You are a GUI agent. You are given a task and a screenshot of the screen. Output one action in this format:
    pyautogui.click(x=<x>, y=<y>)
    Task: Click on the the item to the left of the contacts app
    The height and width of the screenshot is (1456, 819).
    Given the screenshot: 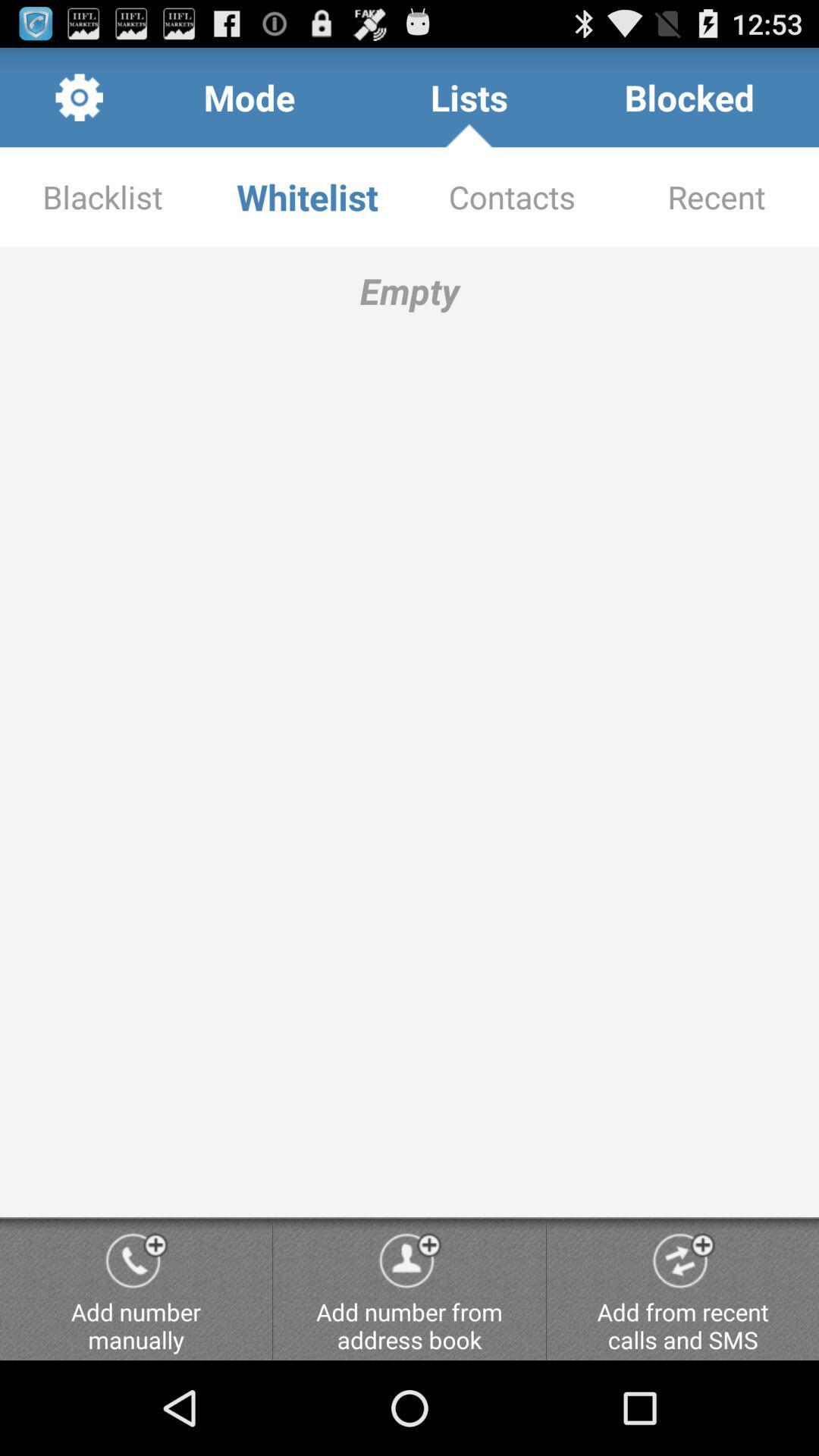 What is the action you would take?
    pyautogui.click(x=307, y=196)
    